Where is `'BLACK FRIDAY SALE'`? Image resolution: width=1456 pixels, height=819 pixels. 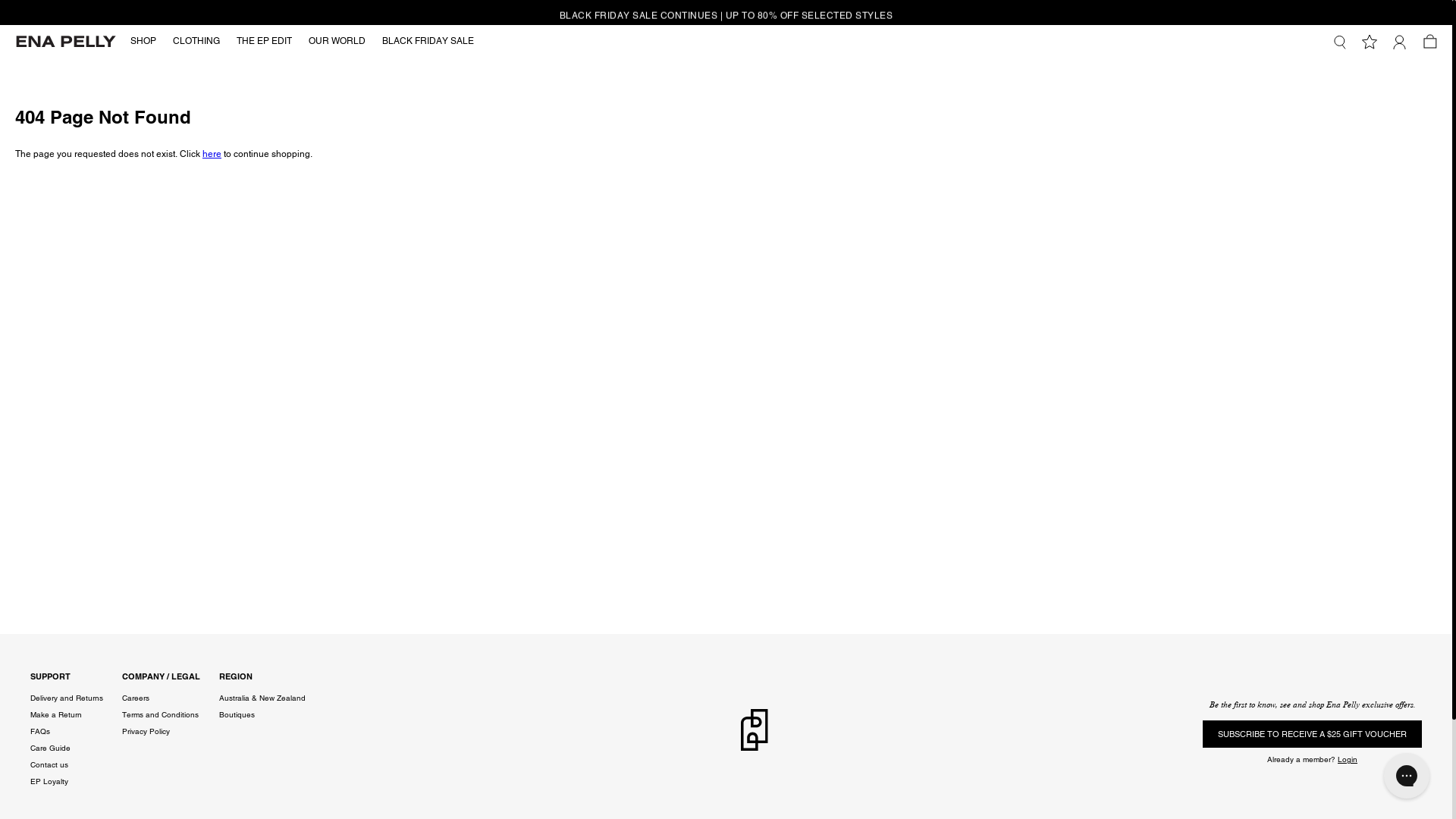
'BLACK FRIDAY SALE' is located at coordinates (382, 40).